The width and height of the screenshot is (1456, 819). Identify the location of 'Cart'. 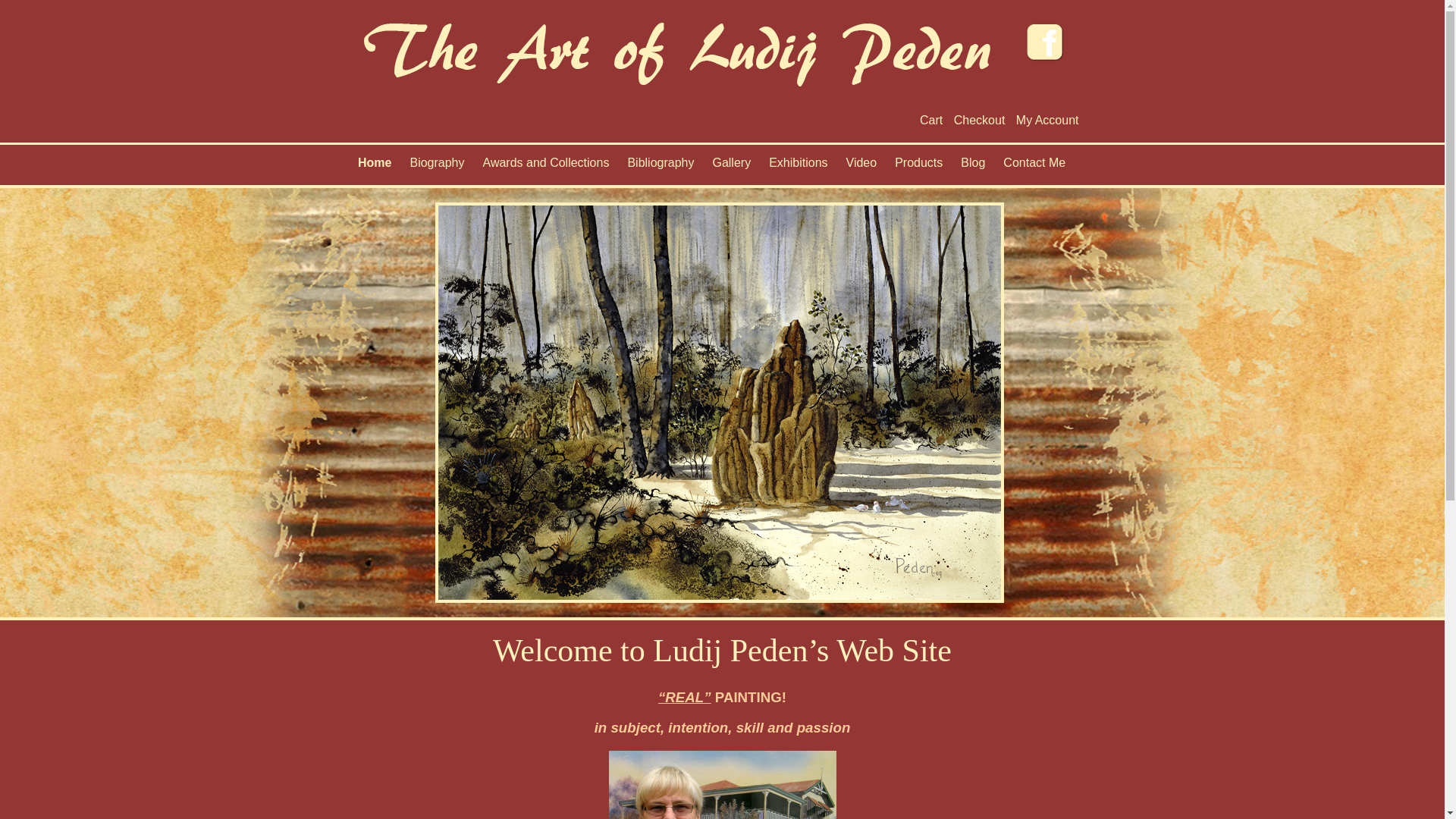
(919, 119).